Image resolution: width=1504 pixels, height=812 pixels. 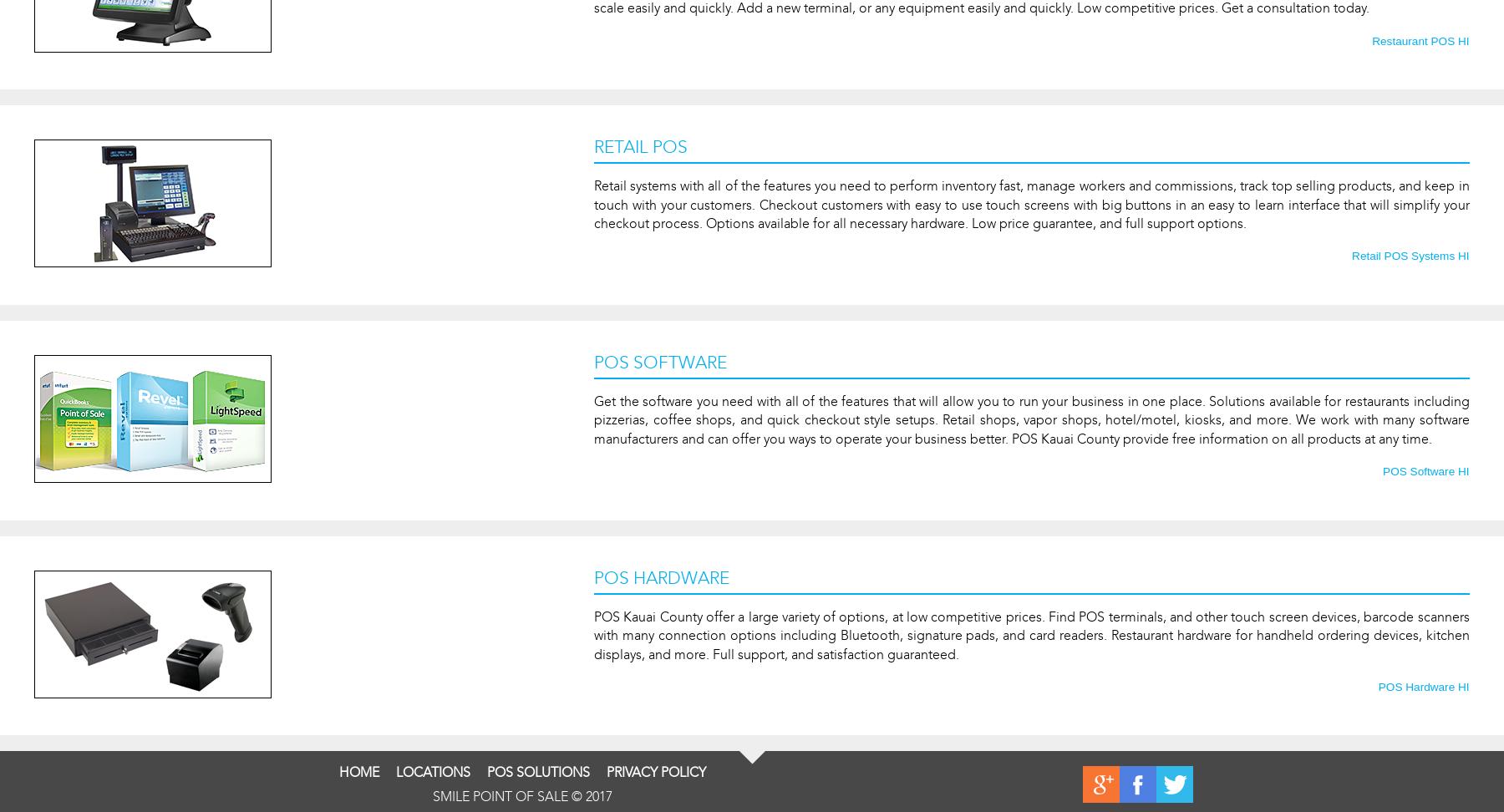 What do you see at coordinates (660, 362) in the screenshot?
I see `'POS Software'` at bounding box center [660, 362].